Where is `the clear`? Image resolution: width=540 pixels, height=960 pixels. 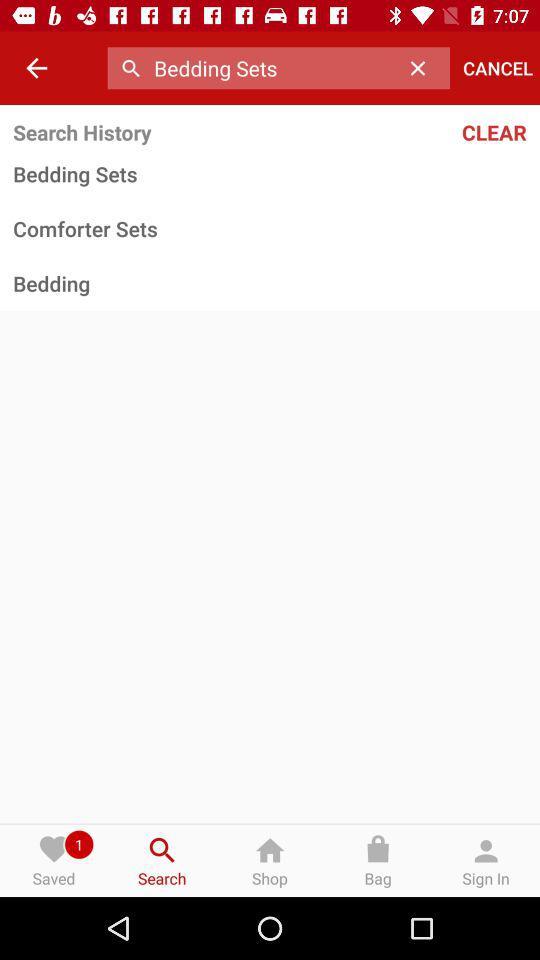
the clear is located at coordinates (449, 131).